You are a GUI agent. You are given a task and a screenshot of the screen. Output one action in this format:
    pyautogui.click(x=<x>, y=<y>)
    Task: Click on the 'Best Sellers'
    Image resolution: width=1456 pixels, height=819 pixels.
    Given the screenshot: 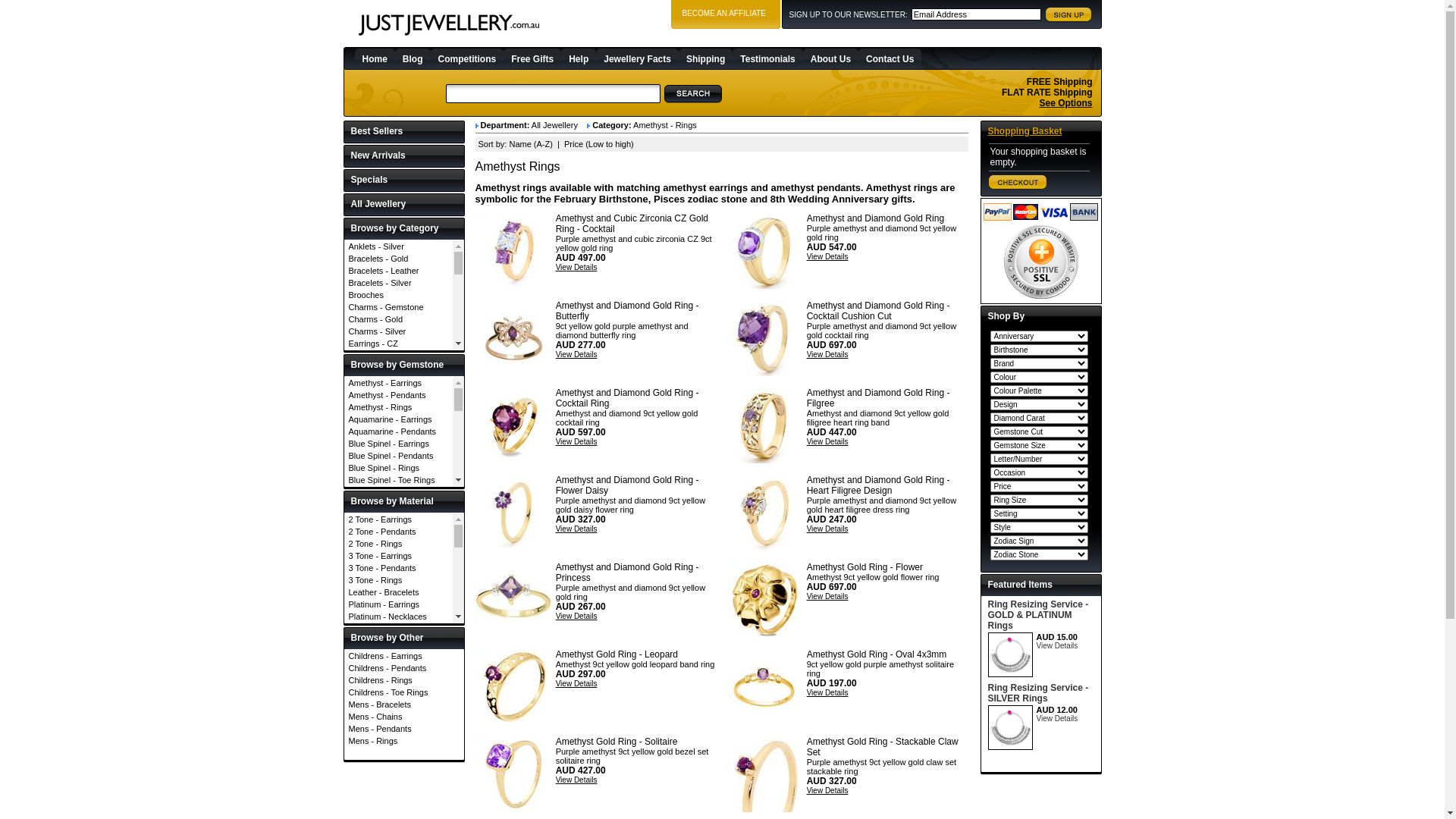 What is the action you would take?
    pyautogui.click(x=403, y=131)
    